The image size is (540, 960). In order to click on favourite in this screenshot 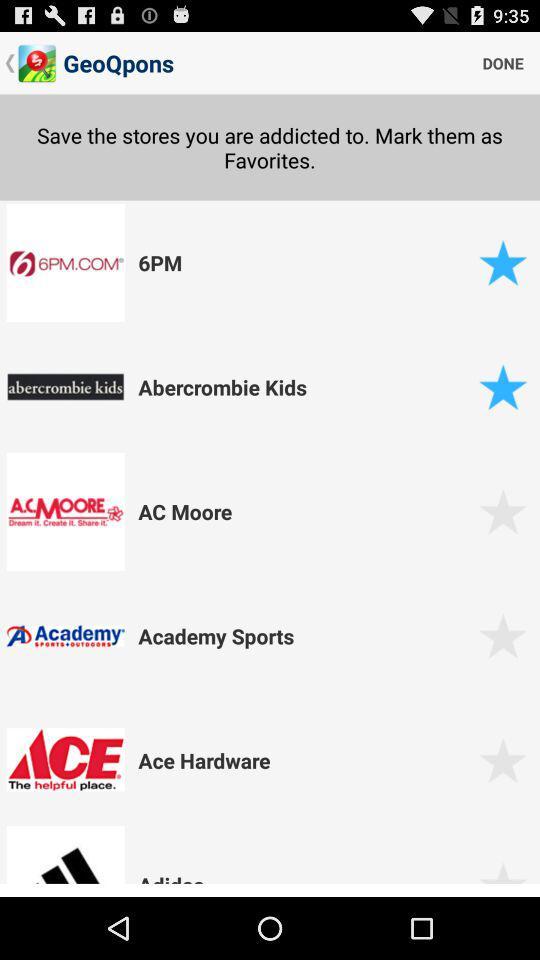, I will do `click(502, 386)`.